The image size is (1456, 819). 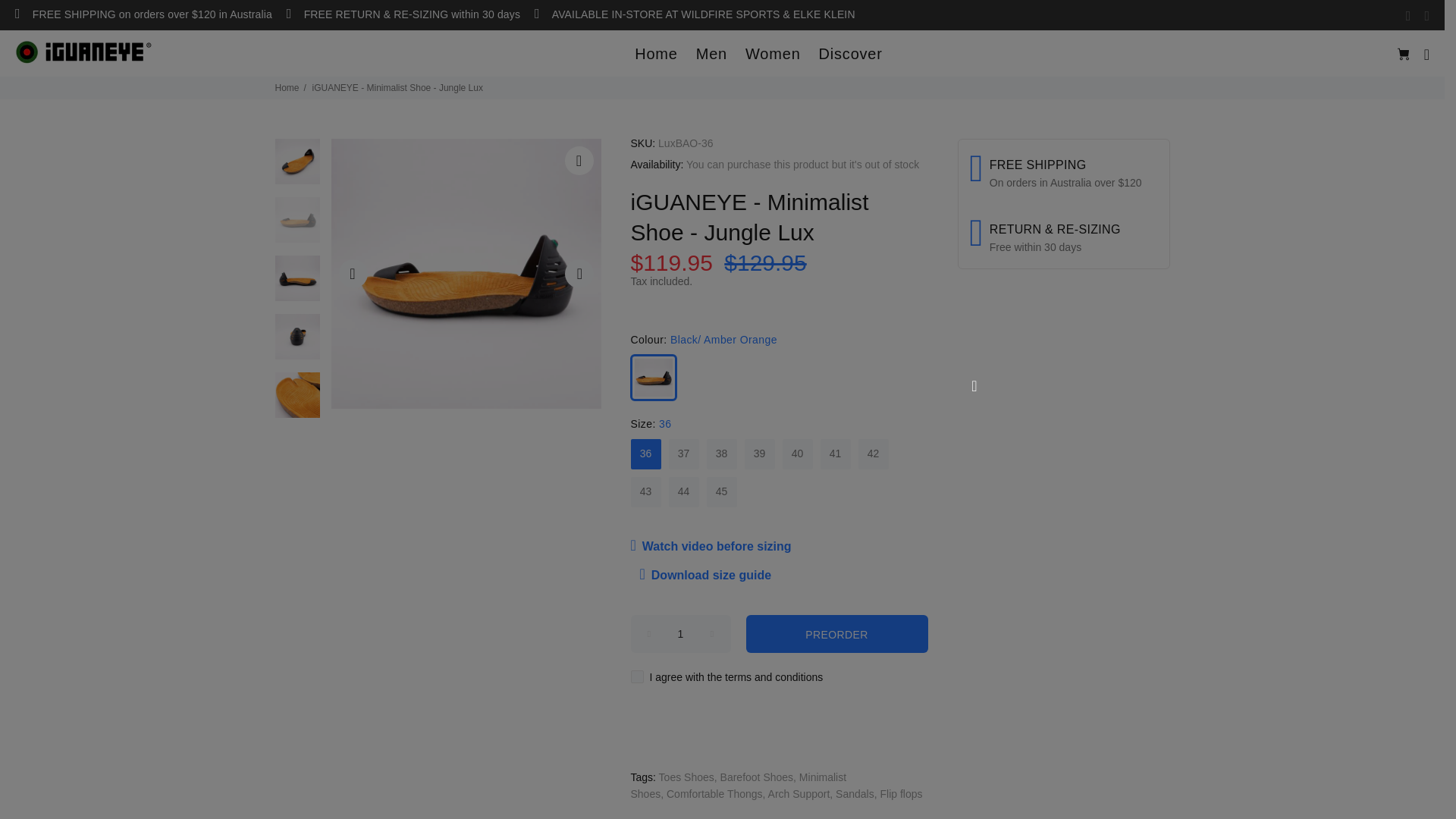 I want to click on 'Flip flops', so click(x=880, y=792).